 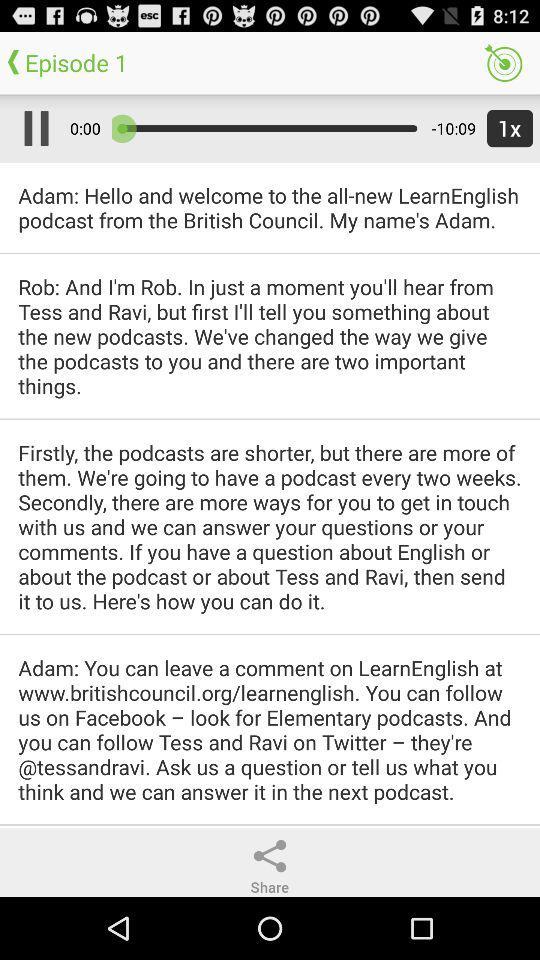 What do you see at coordinates (31, 127) in the screenshot?
I see `pause` at bounding box center [31, 127].